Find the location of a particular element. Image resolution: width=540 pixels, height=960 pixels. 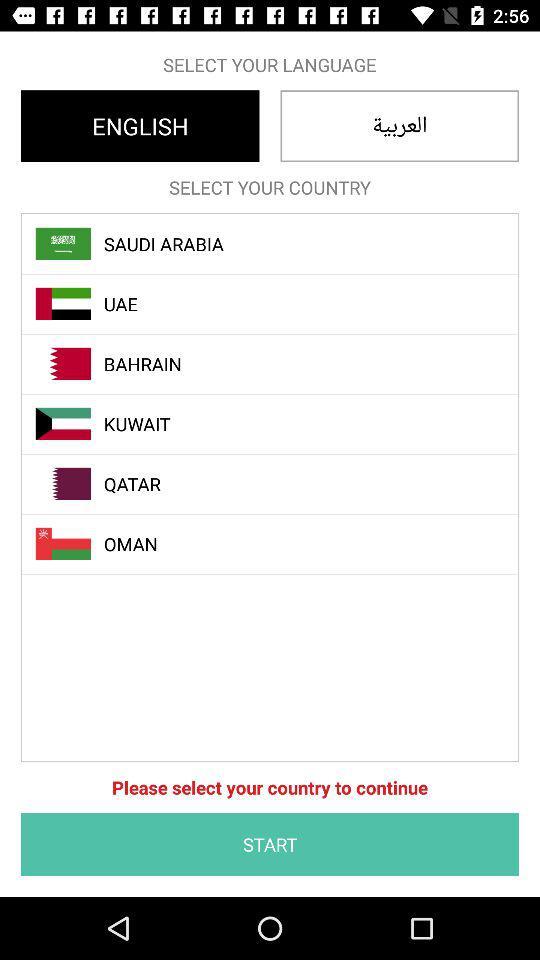

icon below the bahrain item is located at coordinates (280, 424).